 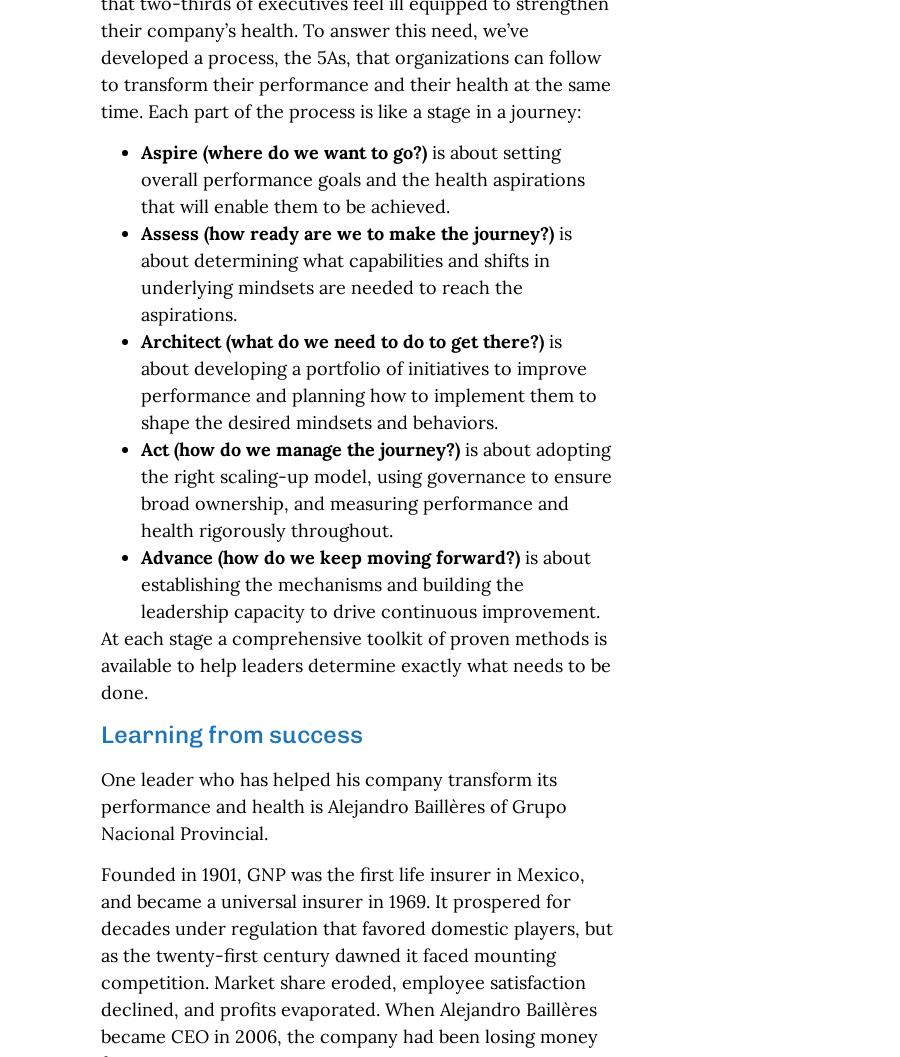 I want to click on 'is about adopting the right scaling-up model, using governance to ensure broad ownership, and measuring performance and health rigorously throughout.', so click(x=375, y=490).